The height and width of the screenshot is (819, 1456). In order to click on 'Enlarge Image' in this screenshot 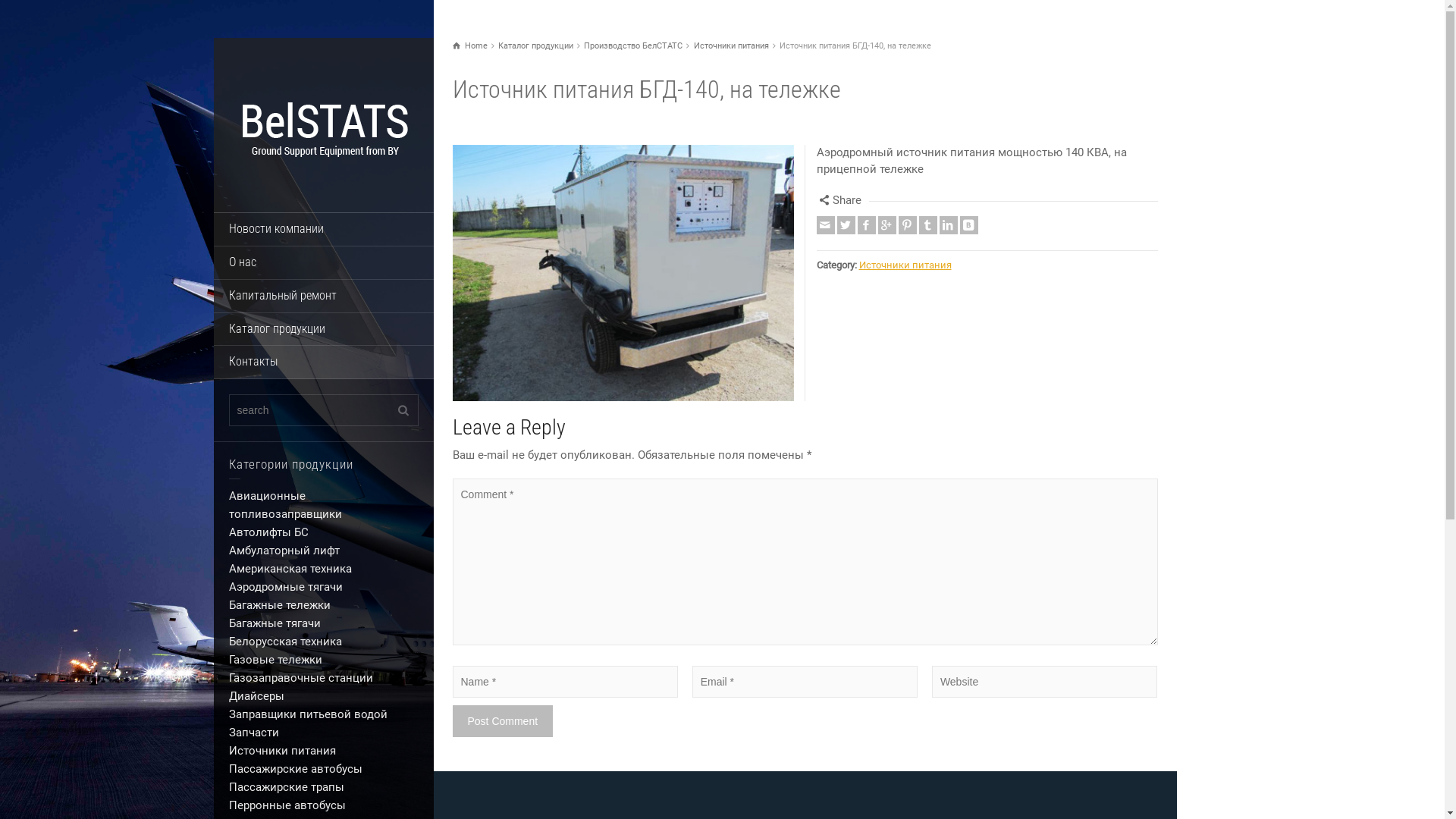, I will do `click(281, 271)`.